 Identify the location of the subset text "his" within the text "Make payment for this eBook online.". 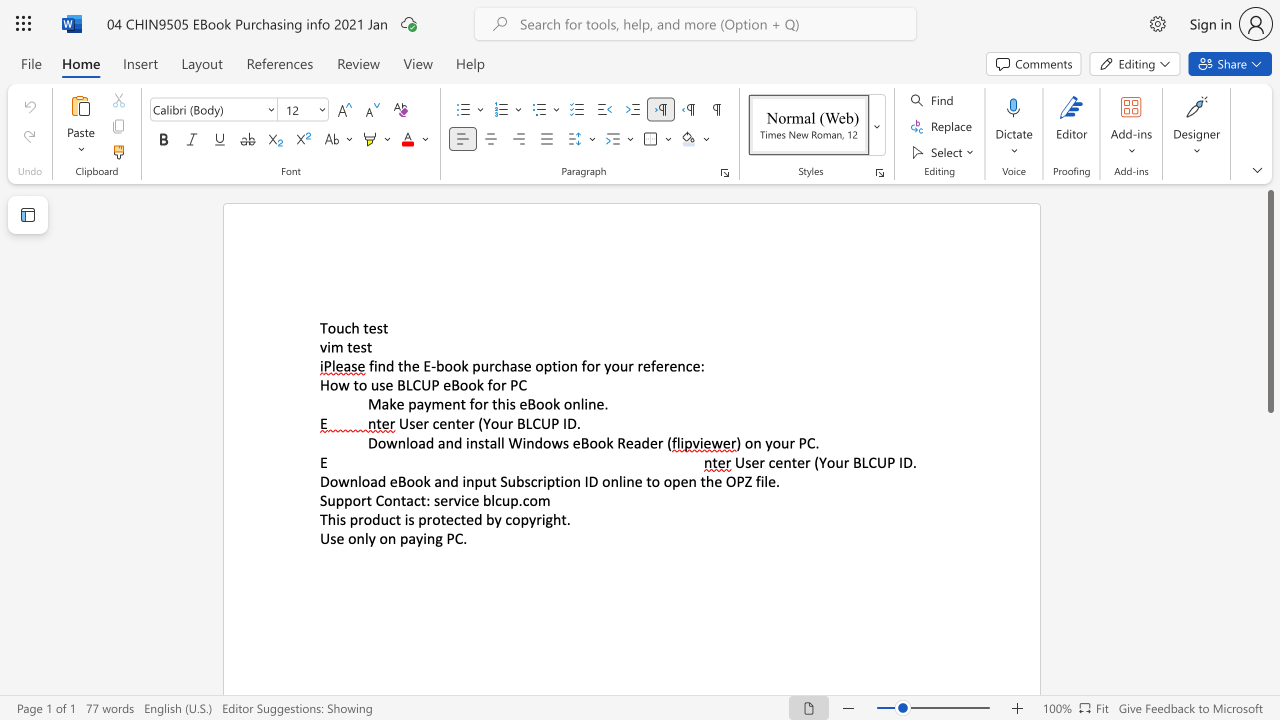
(497, 404).